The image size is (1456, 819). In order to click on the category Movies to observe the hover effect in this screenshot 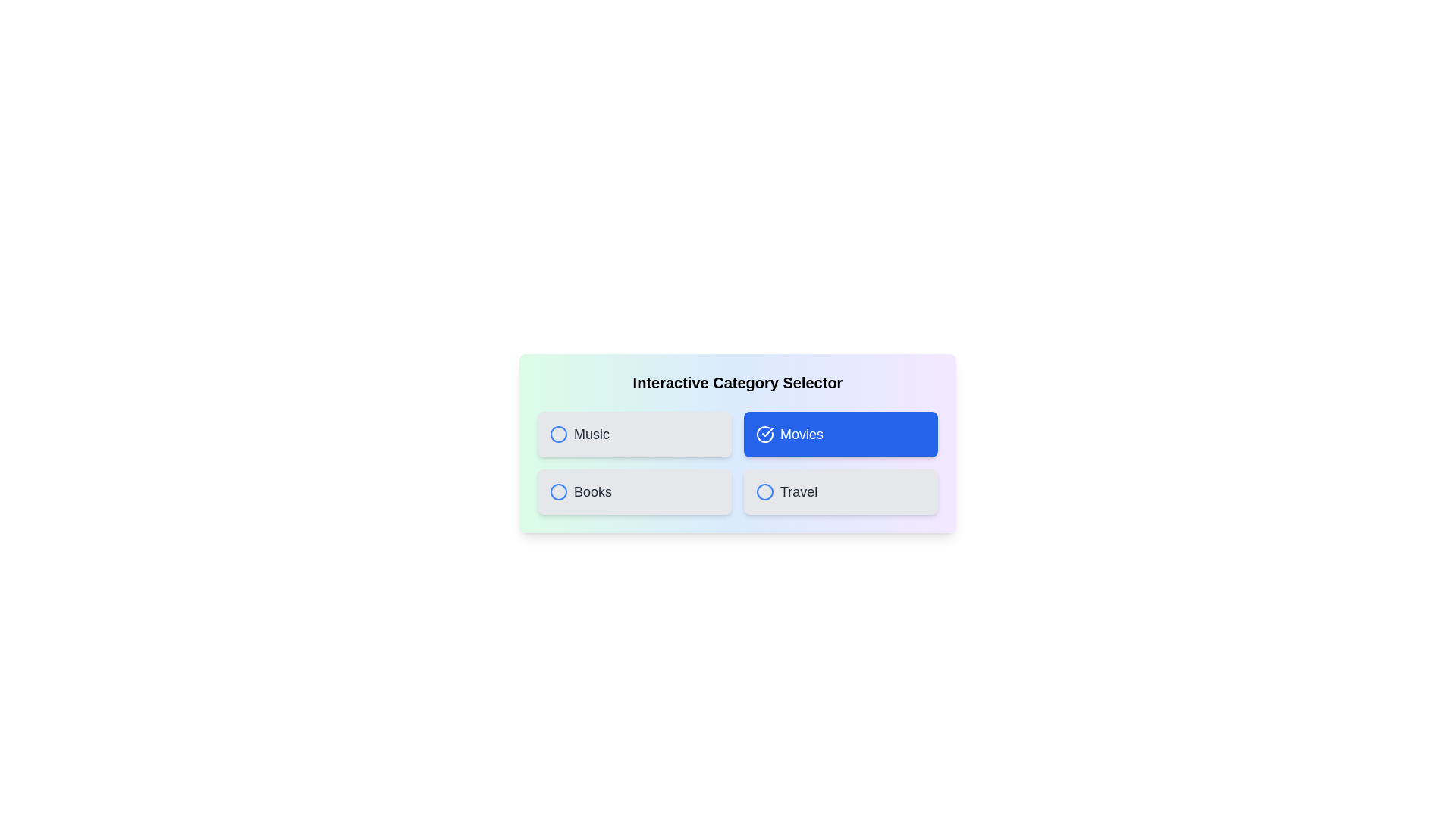, I will do `click(839, 435)`.